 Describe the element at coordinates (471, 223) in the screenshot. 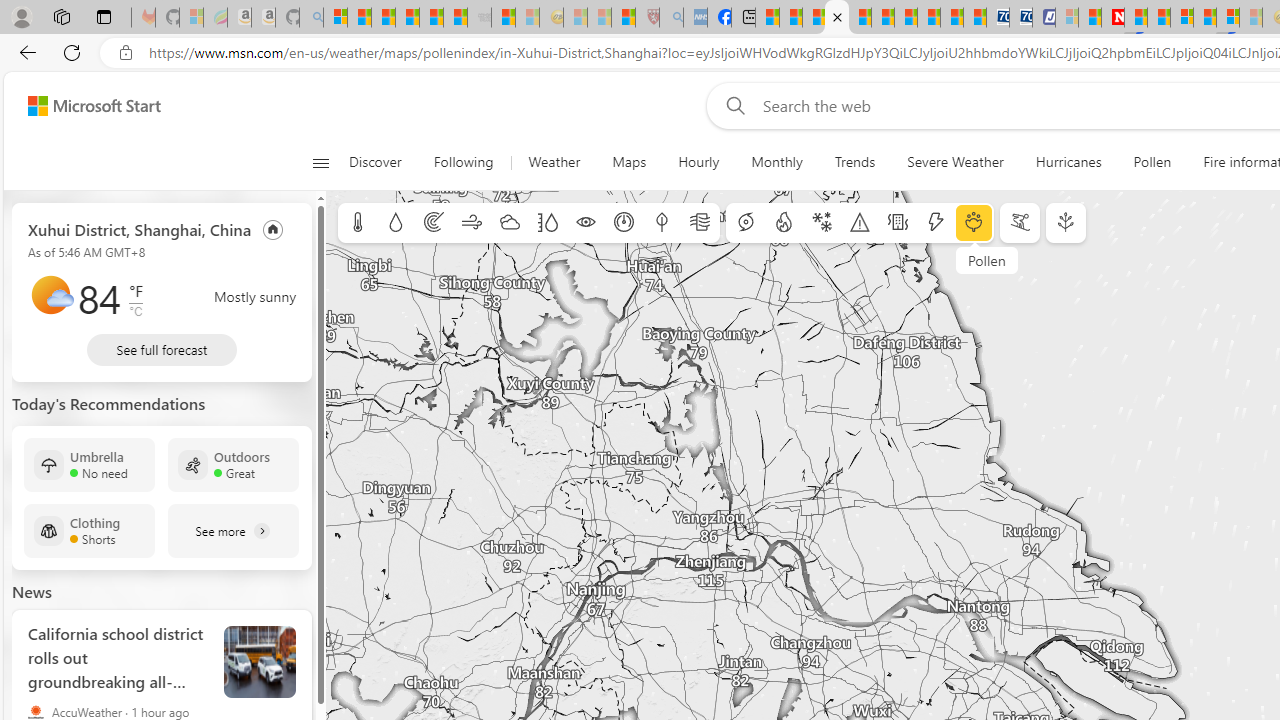

I see `'Wind'` at that location.